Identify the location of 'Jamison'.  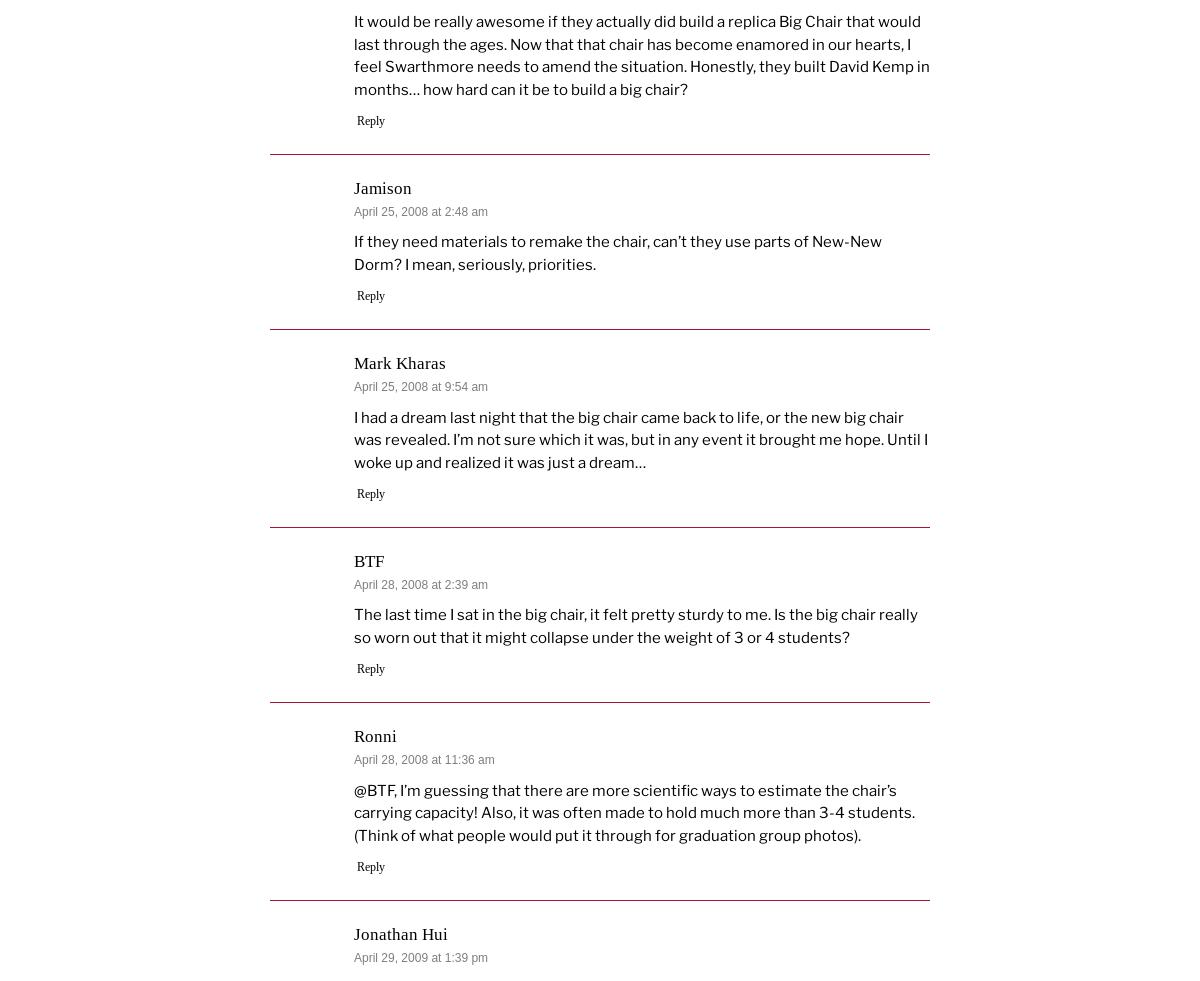
(383, 187).